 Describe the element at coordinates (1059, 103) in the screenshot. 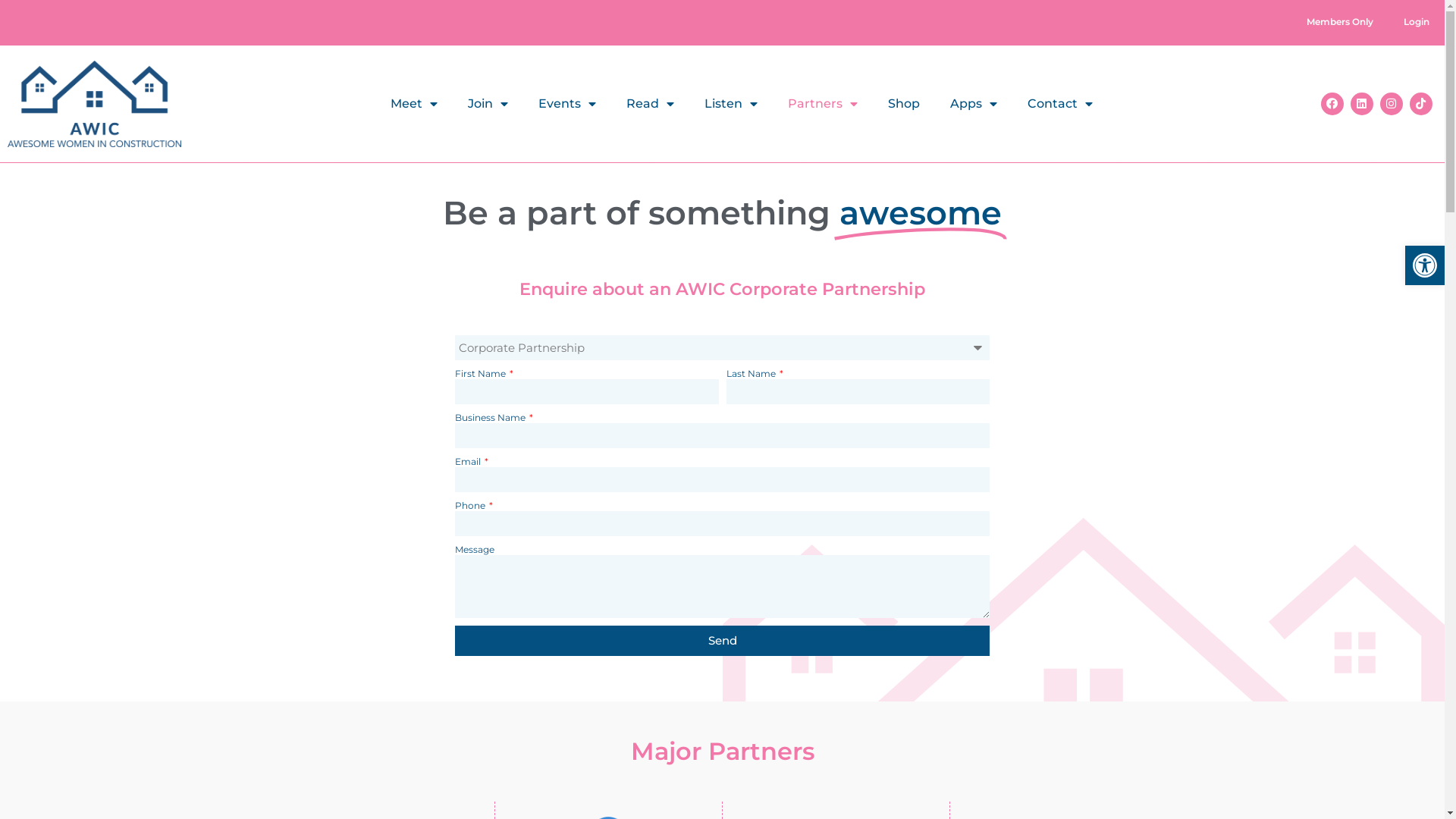

I see `'Contact'` at that location.